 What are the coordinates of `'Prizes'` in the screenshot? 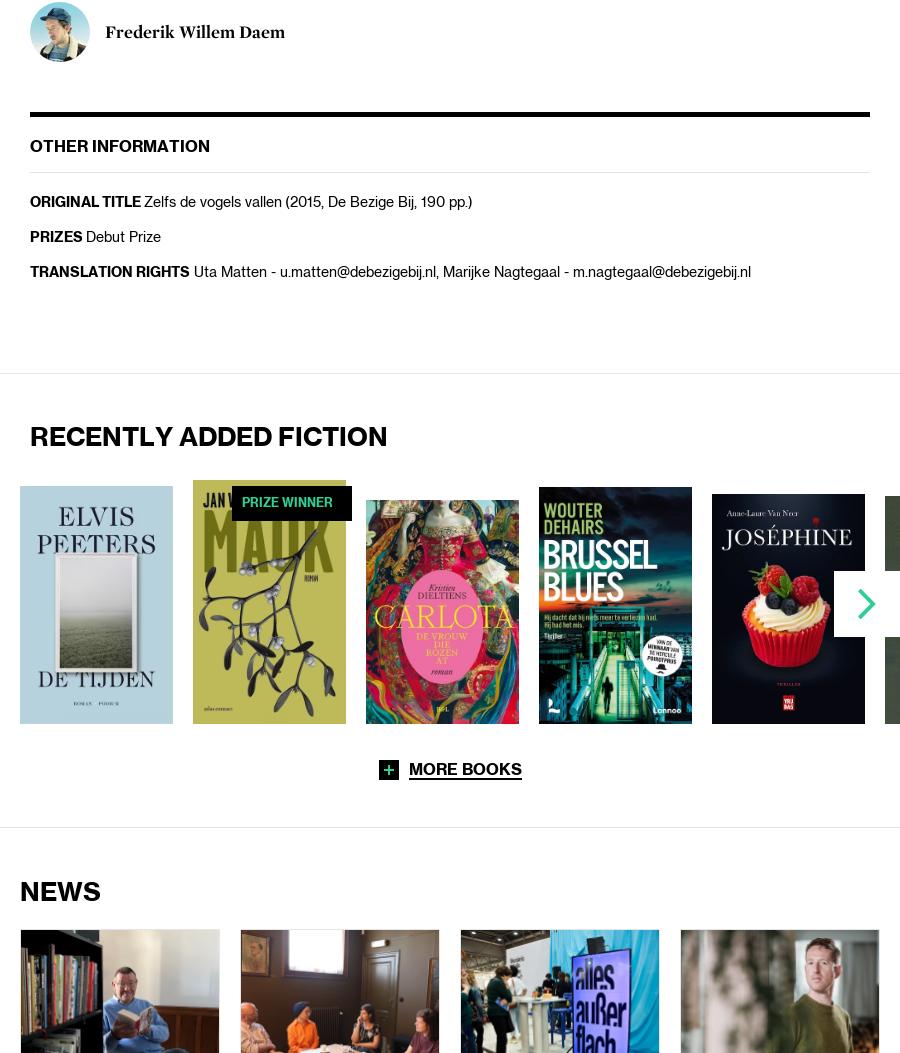 It's located at (56, 237).